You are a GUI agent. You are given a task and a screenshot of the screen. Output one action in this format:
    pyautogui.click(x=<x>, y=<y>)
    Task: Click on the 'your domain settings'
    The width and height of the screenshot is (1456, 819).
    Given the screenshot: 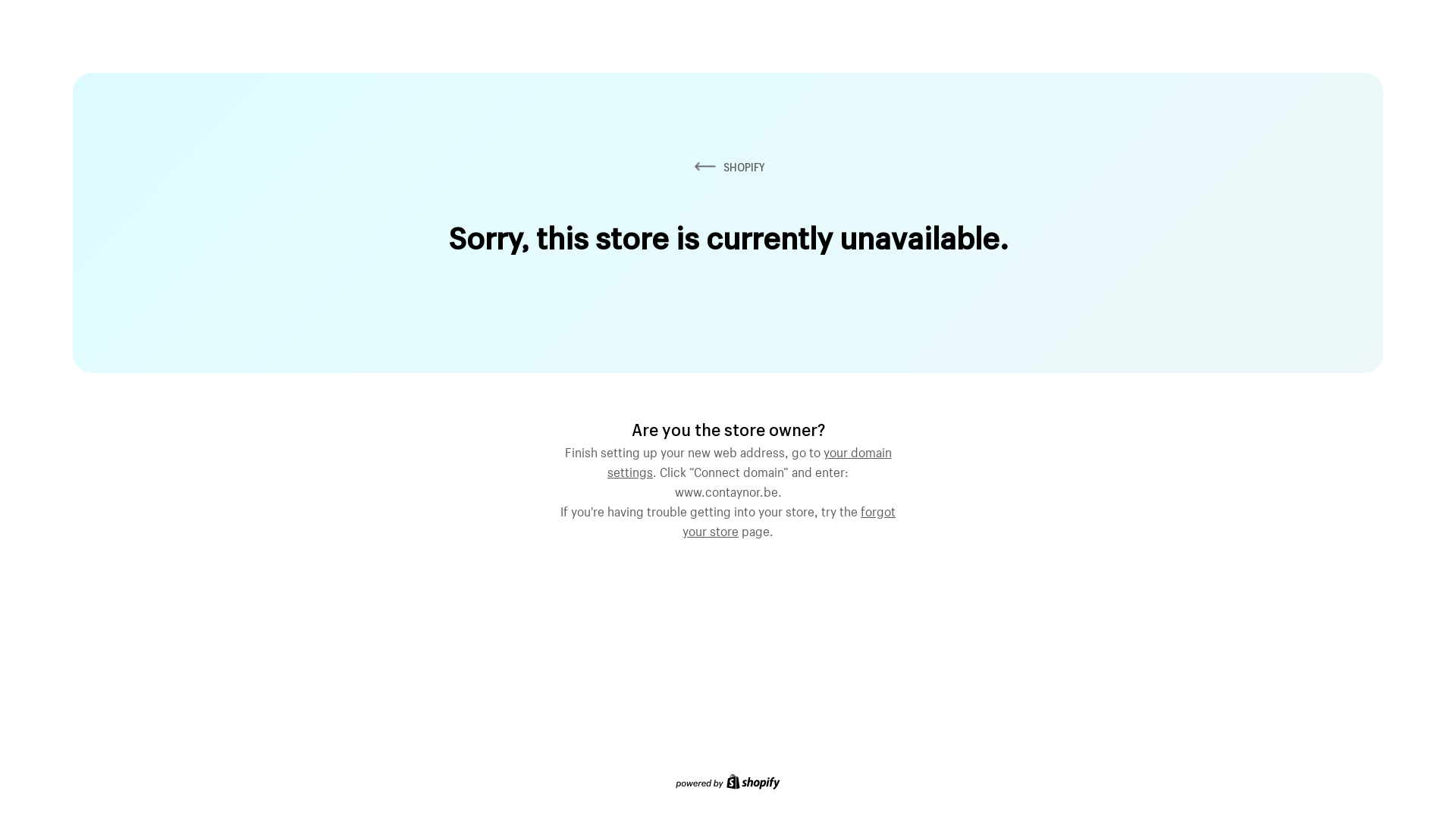 What is the action you would take?
    pyautogui.click(x=749, y=459)
    